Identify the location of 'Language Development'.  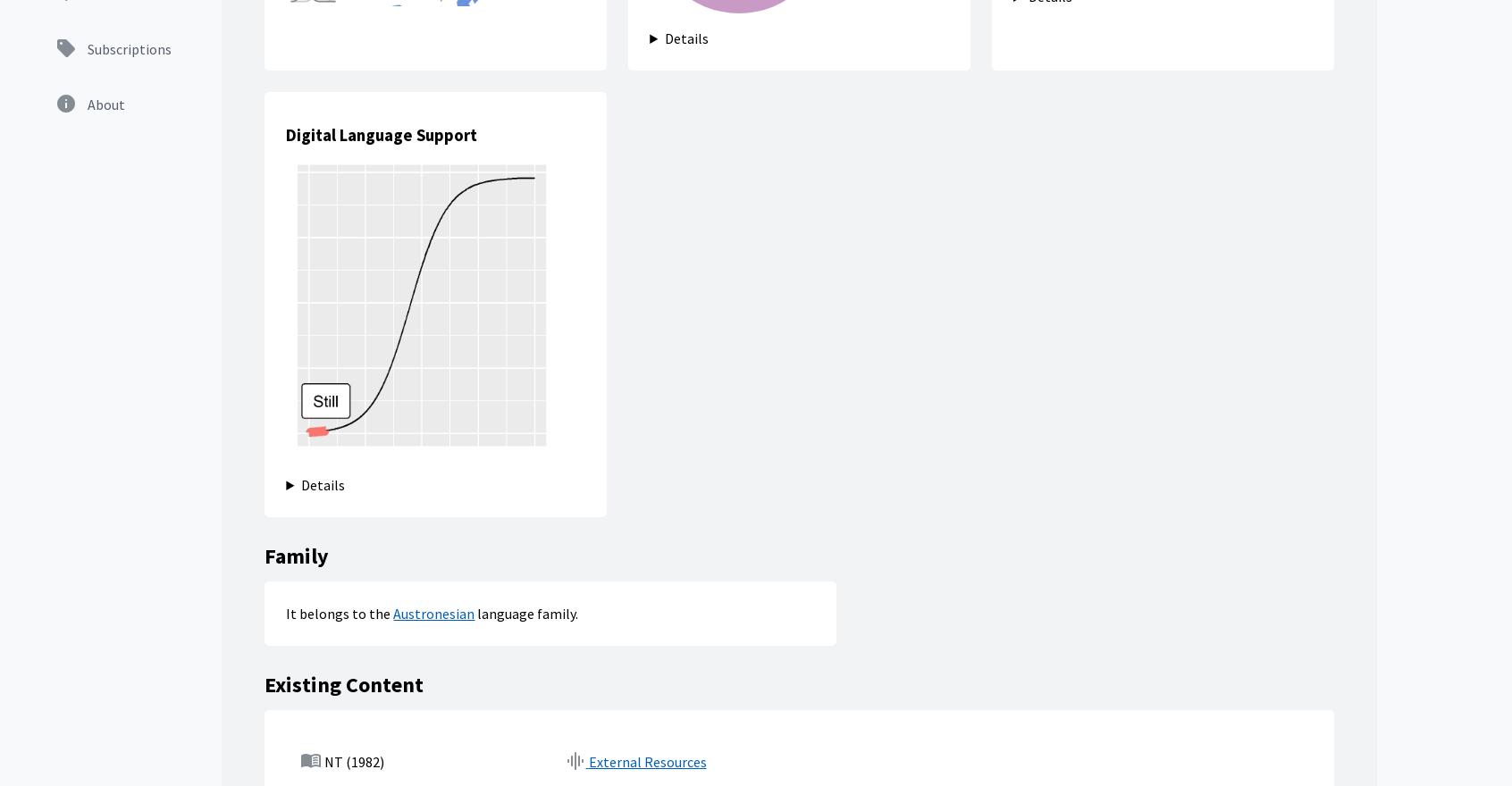
(842, 529).